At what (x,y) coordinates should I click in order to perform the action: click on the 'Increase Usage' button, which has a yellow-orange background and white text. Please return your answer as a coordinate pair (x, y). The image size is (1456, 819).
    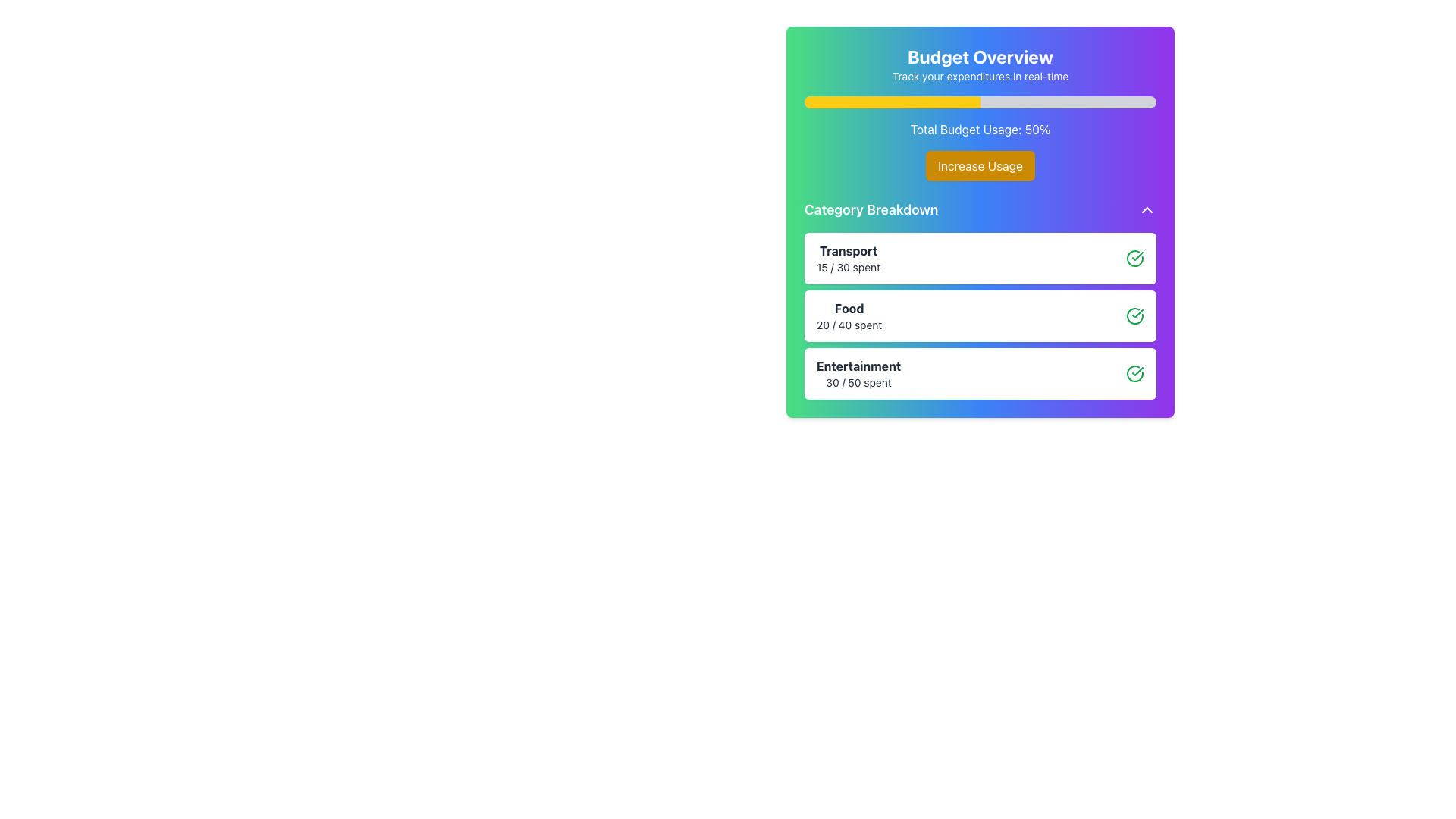
    Looking at the image, I should click on (980, 166).